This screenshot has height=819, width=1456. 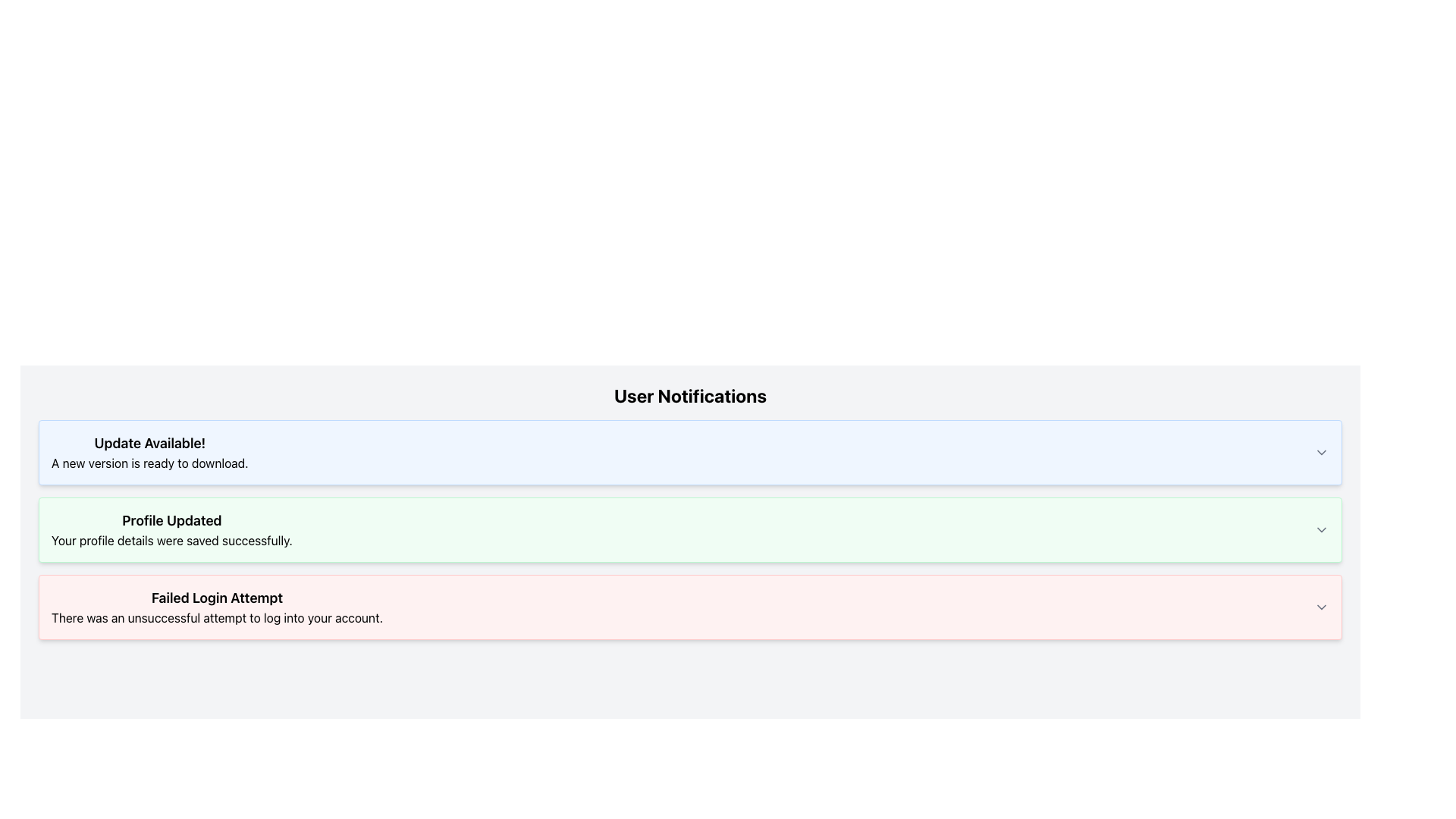 What do you see at coordinates (689, 394) in the screenshot?
I see `the text label displaying 'User Notifications', which is a prominent heading styled in bold and large font, positioned at the upper section of the visible area` at bounding box center [689, 394].